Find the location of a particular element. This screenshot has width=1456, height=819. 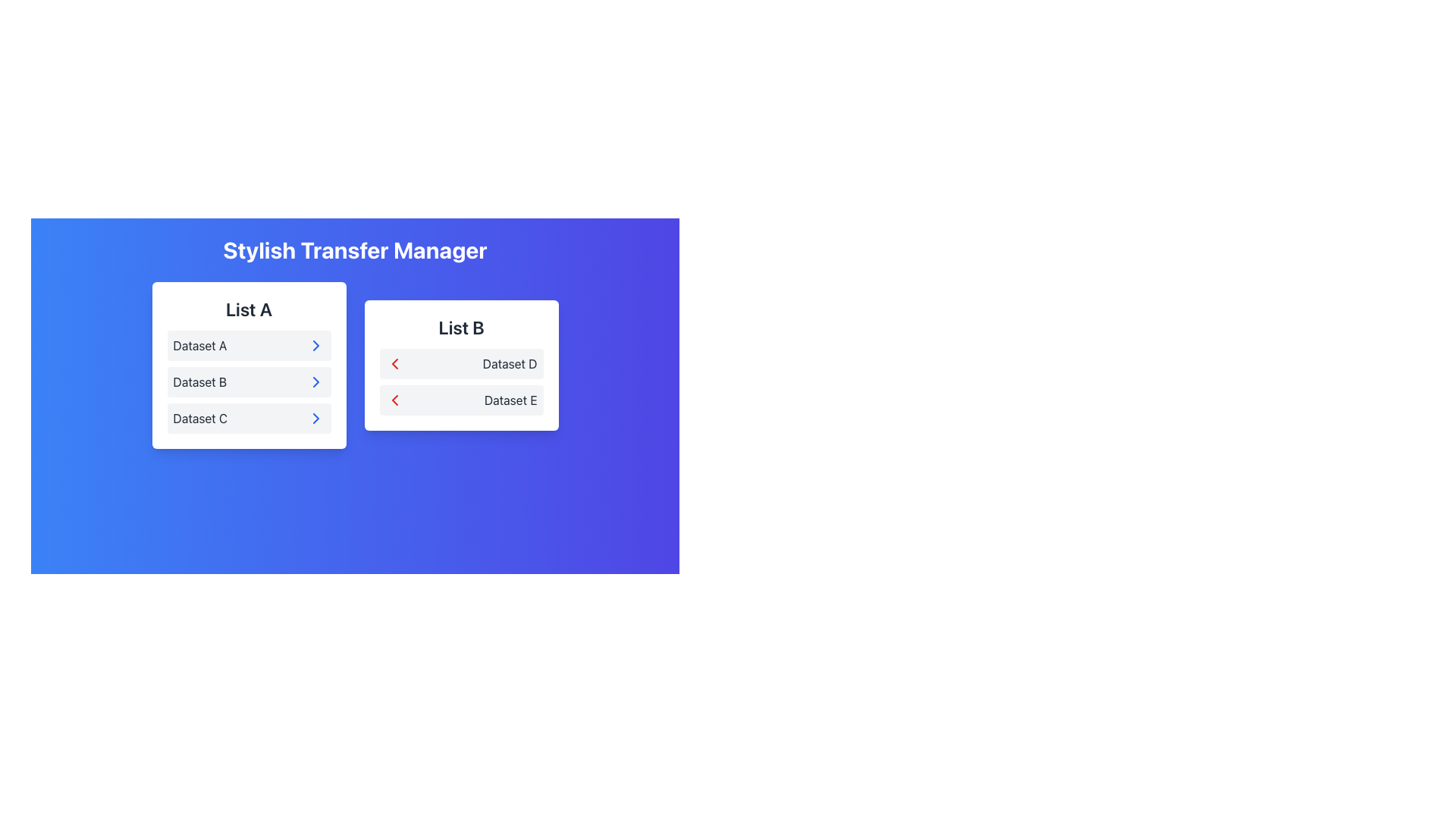

text label displaying 'Dataset A' located in the first row of 'List A' on the left column, which has a button-like appearance is located at coordinates (199, 345).